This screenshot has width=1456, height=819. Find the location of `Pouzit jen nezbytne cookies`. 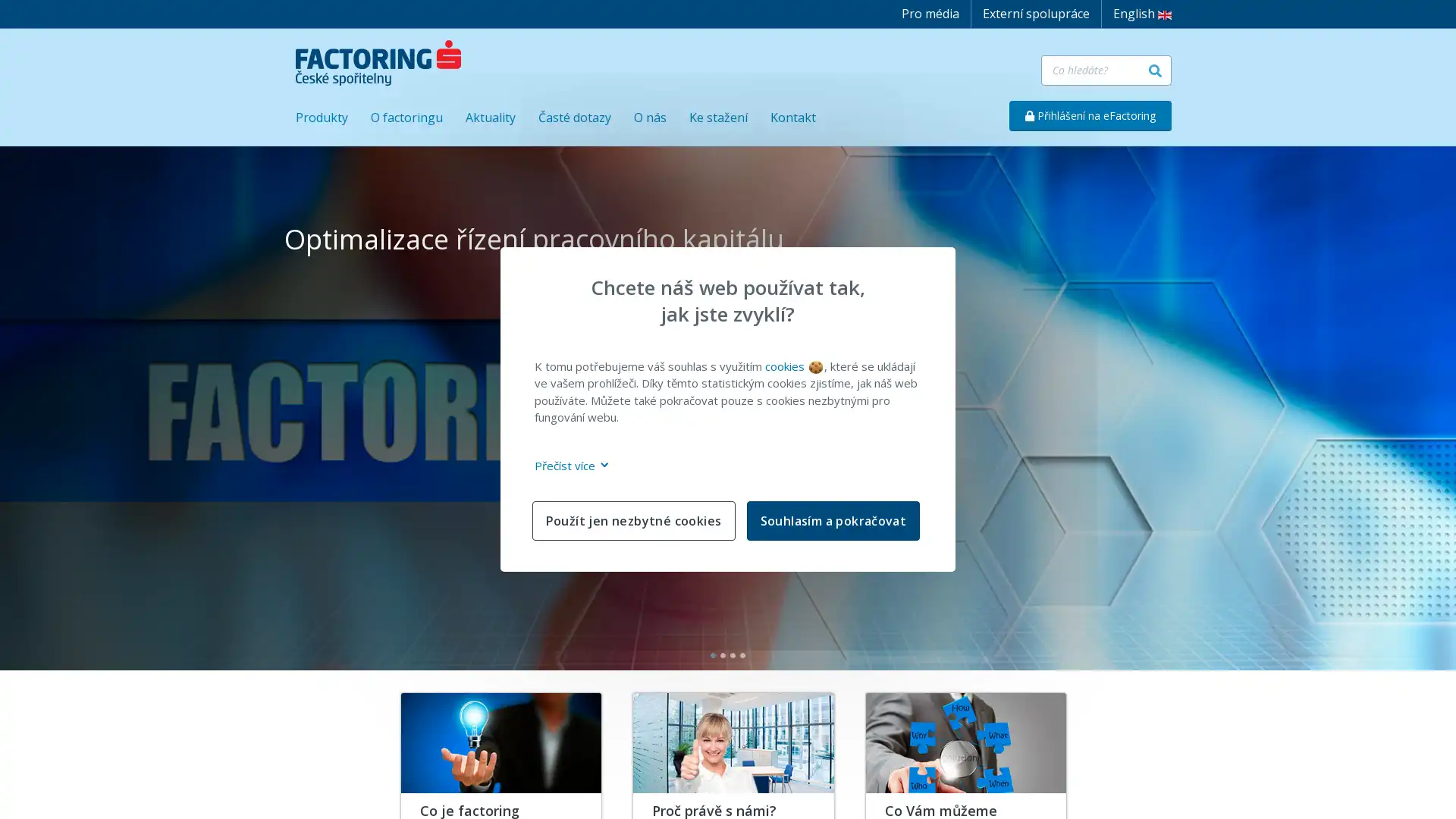

Pouzit jen nezbytne cookies is located at coordinates (633, 519).